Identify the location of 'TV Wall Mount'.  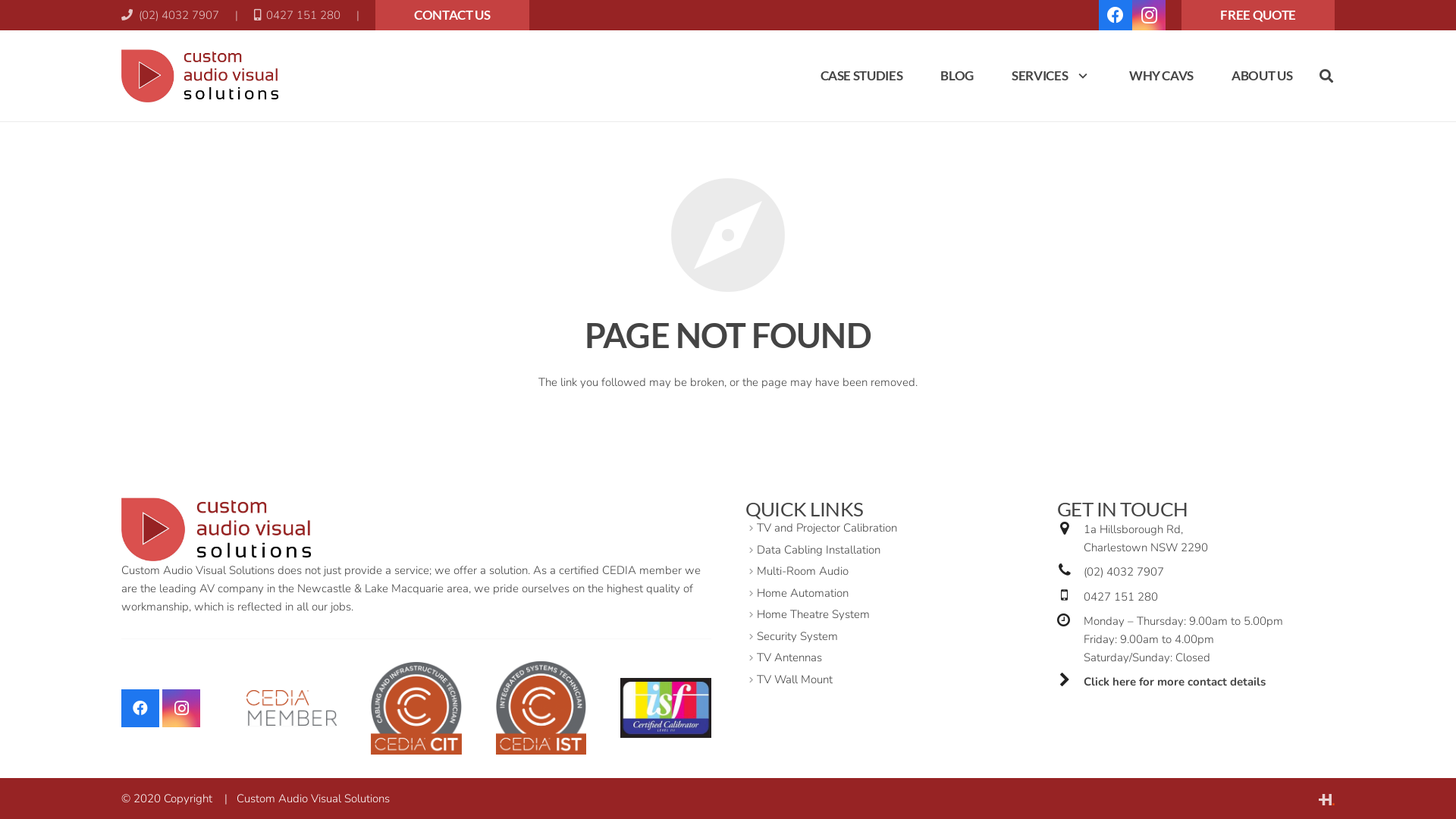
(793, 679).